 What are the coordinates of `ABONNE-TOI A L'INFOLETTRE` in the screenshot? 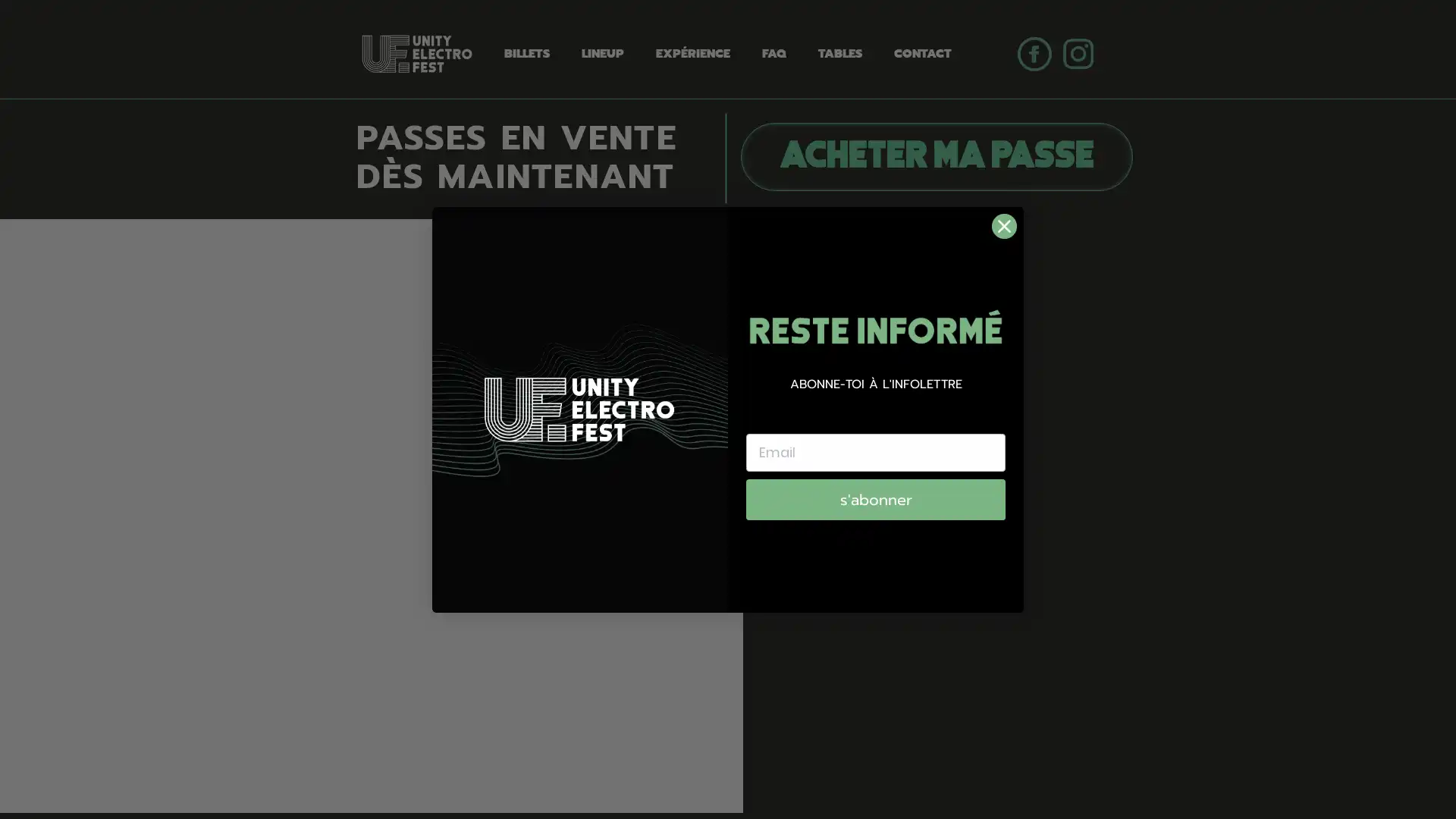 It's located at (876, 382).